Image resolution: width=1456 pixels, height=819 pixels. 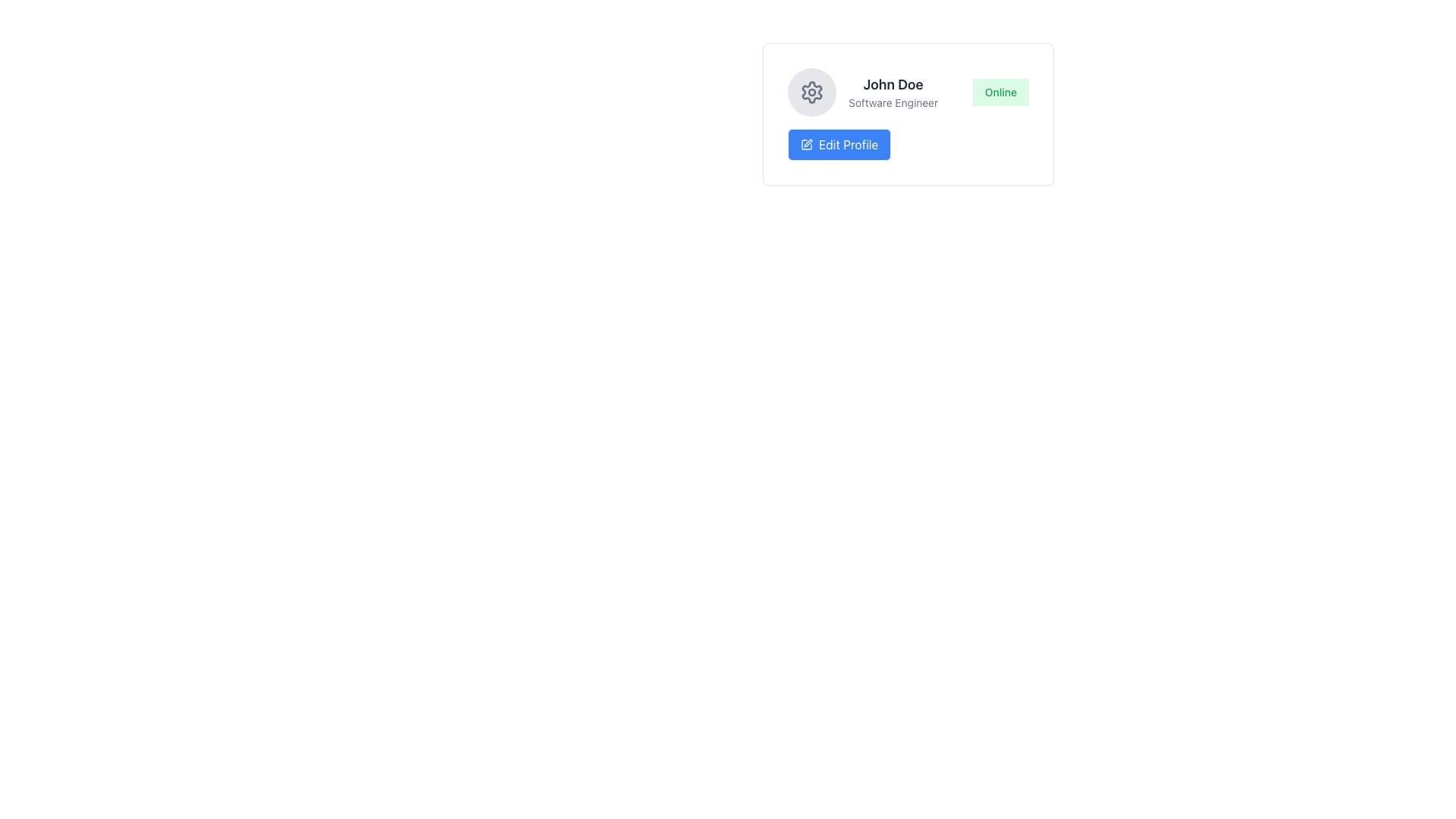 What do you see at coordinates (811, 93) in the screenshot?
I see `the settings icon located centrally within the circular area of the user profile component` at bounding box center [811, 93].